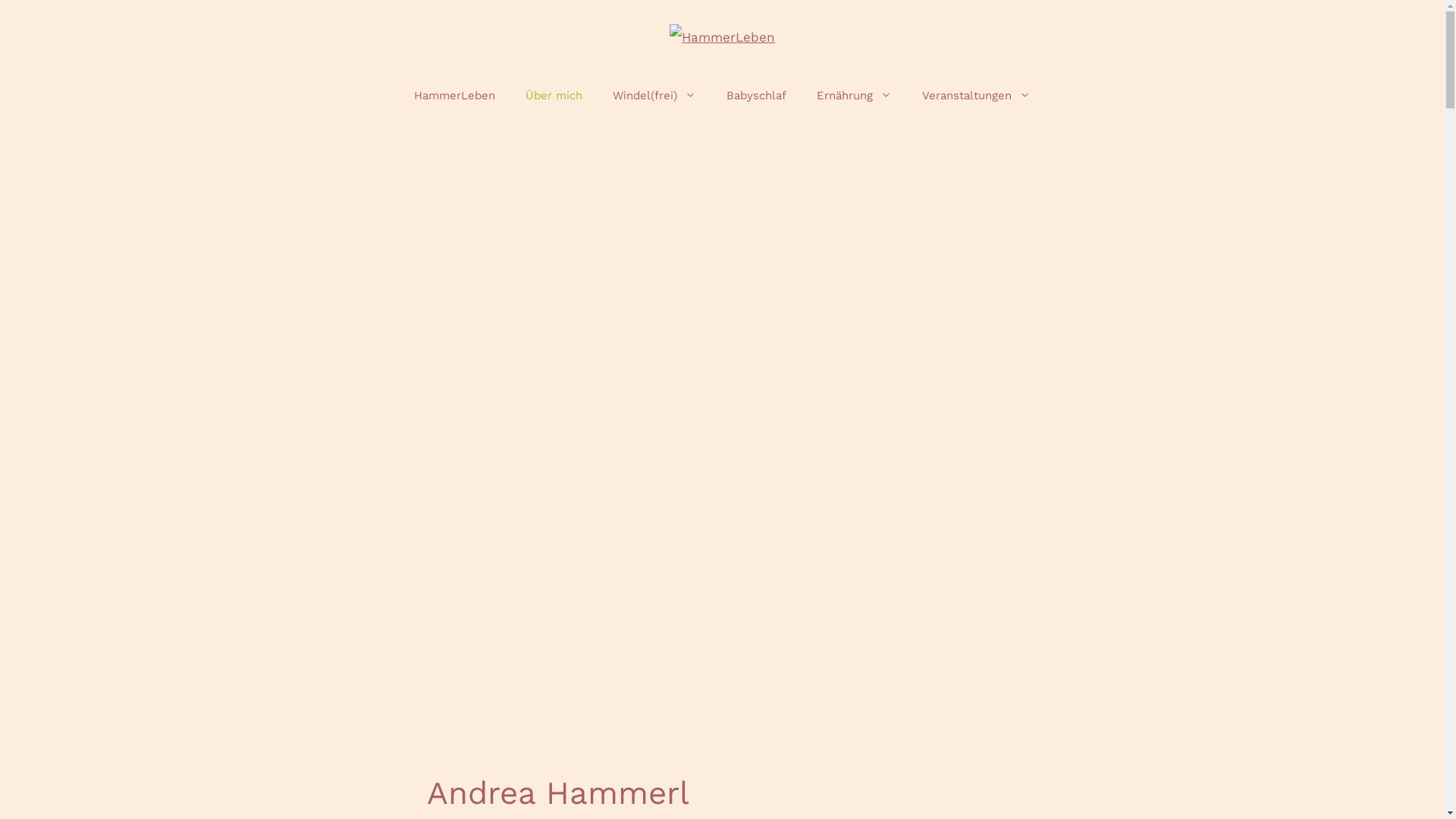 The width and height of the screenshot is (1456, 819). I want to click on 'HammerLeben', so click(453, 96).